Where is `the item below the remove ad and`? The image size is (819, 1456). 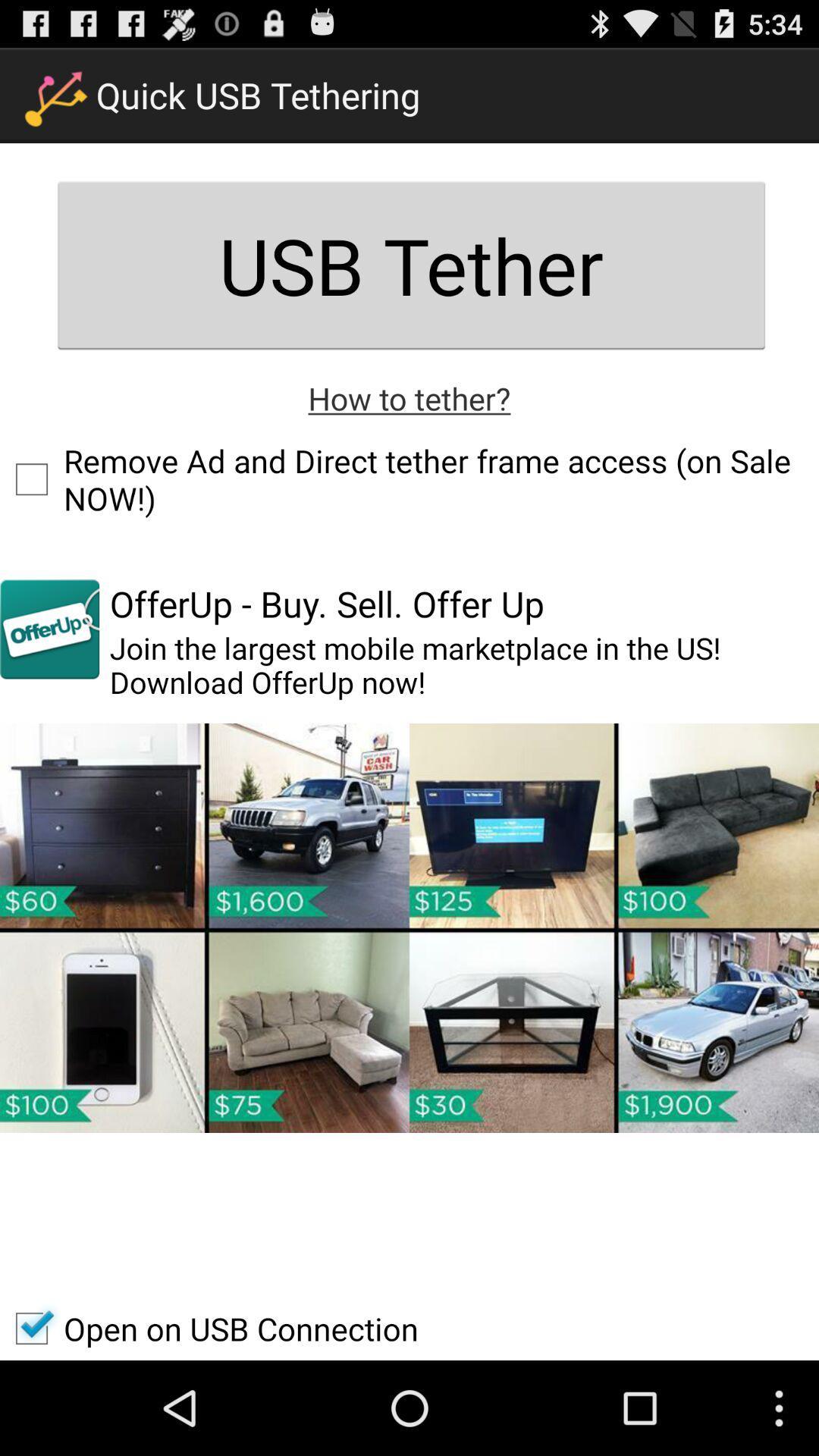 the item below the remove ad and is located at coordinates (49, 629).